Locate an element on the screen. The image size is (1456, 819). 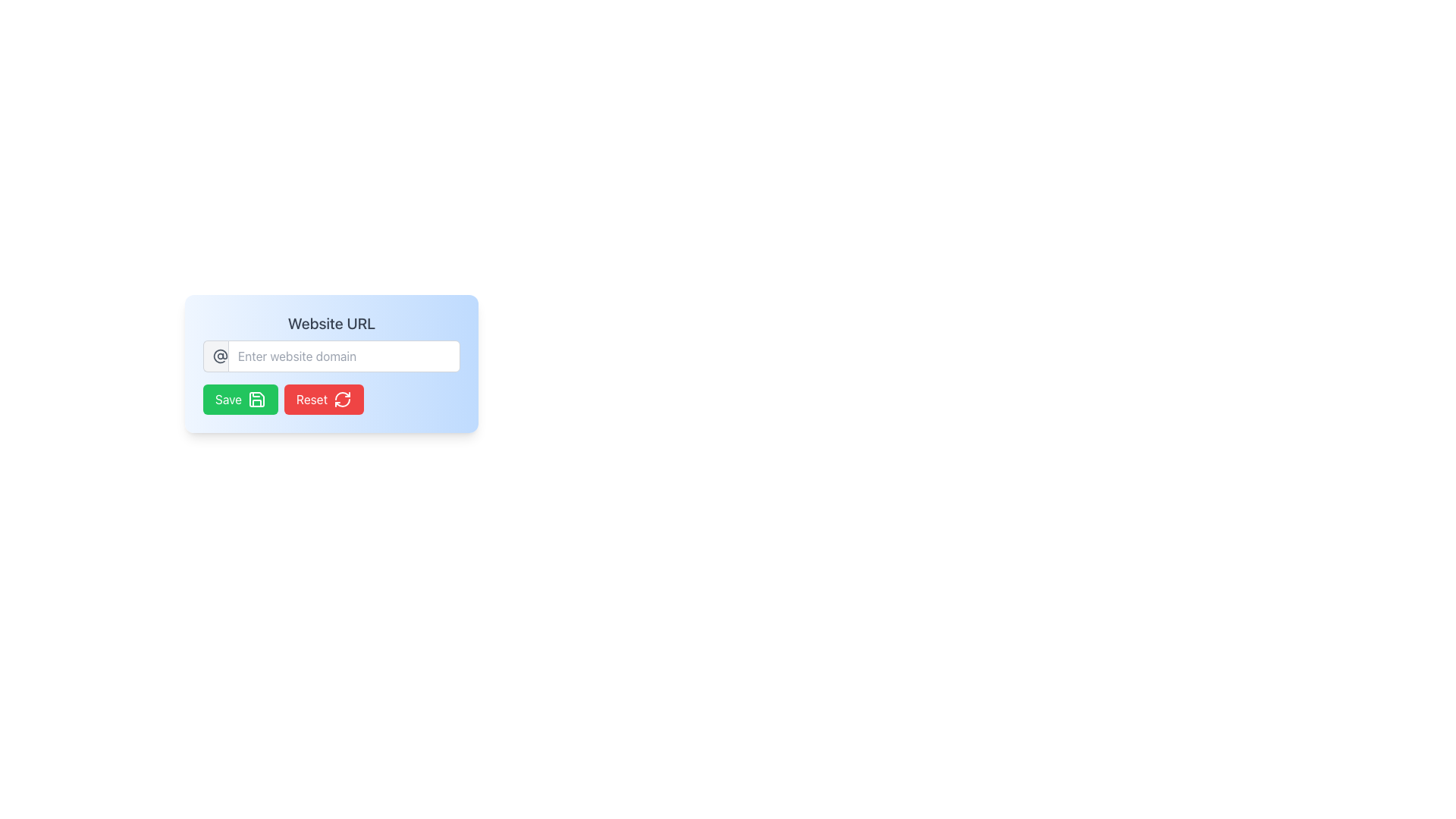
the 'Save' button positioned at the bottom of the form is located at coordinates (240, 399).